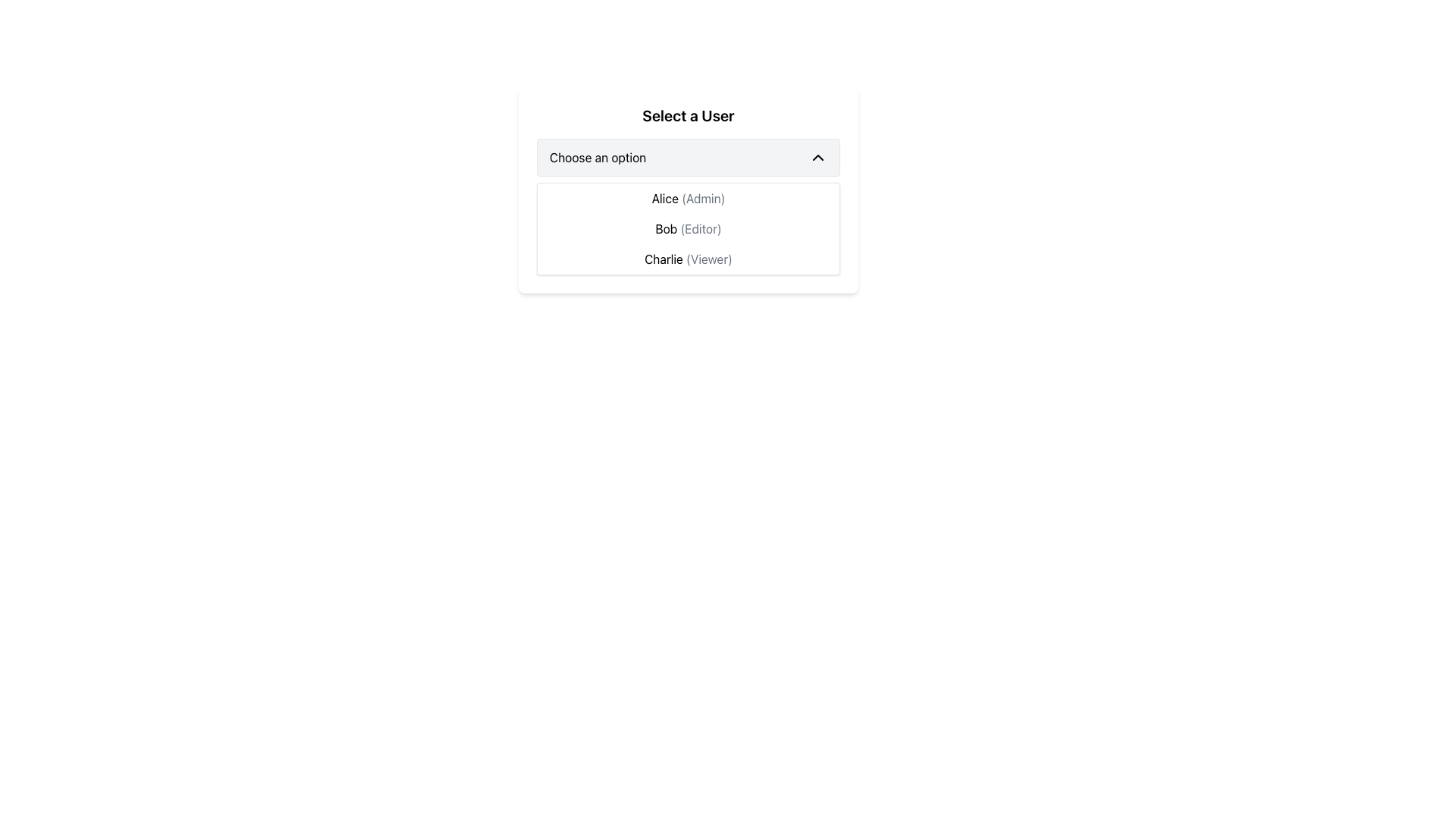 The width and height of the screenshot is (1456, 819). I want to click on the list item displaying 'Alice (Admin)', so click(687, 198).